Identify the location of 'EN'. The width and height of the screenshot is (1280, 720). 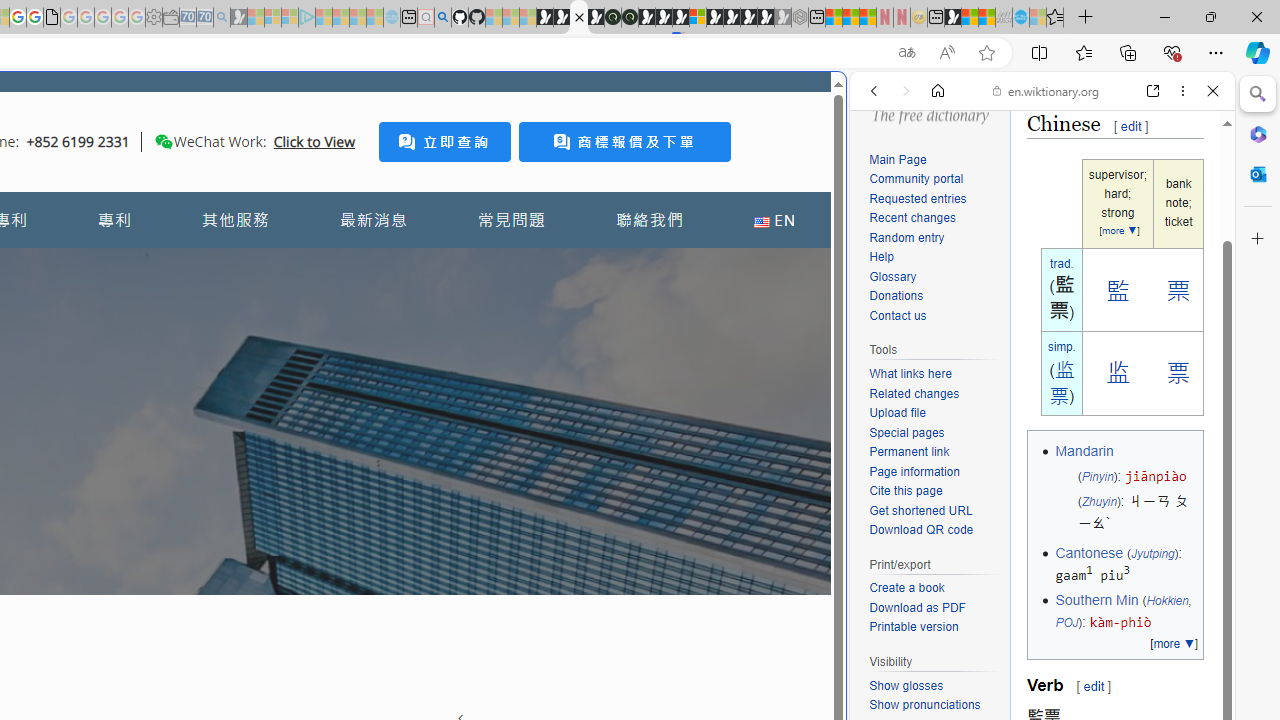
(773, 220).